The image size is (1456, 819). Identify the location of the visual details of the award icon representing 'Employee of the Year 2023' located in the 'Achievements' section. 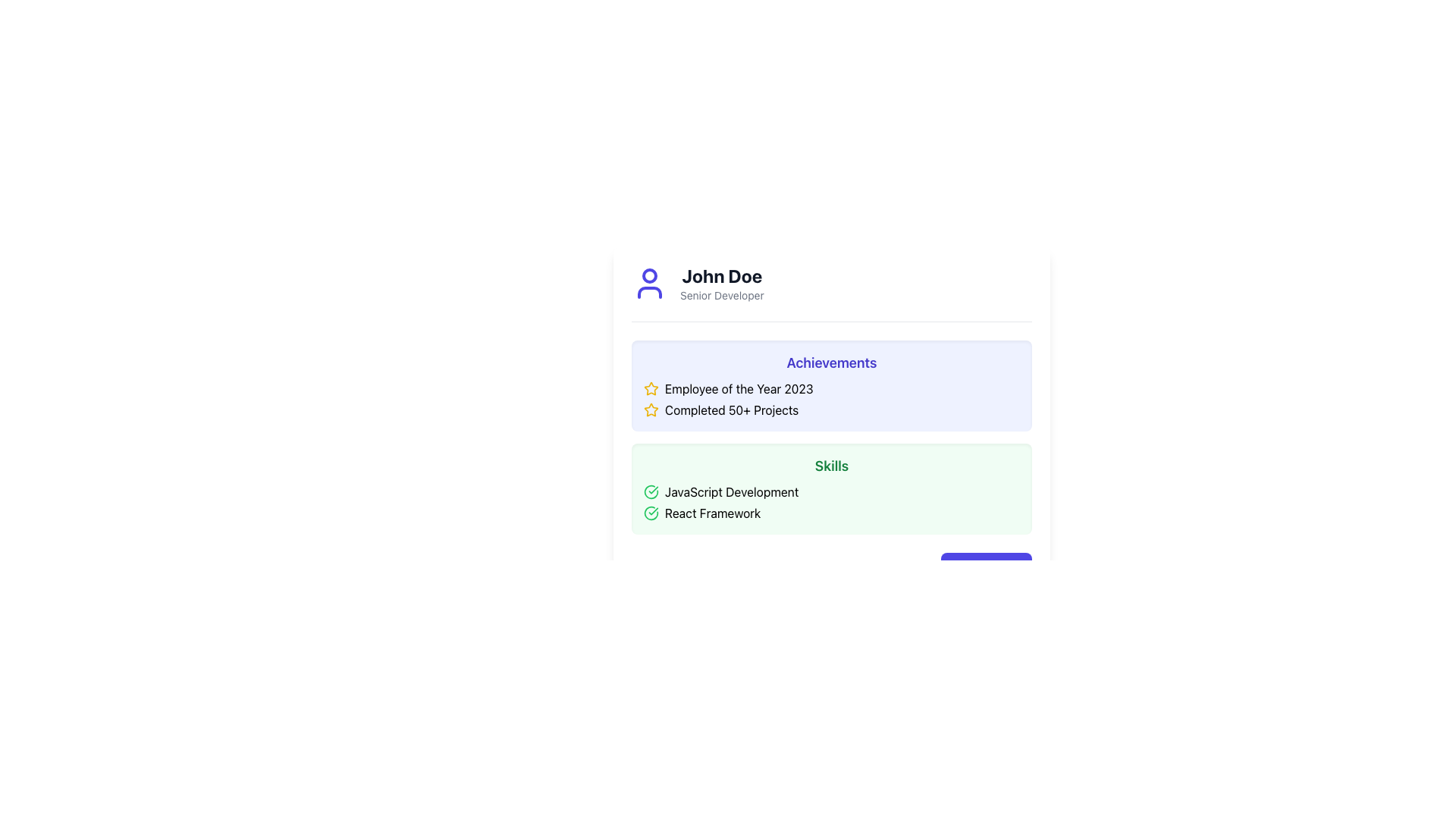
(651, 388).